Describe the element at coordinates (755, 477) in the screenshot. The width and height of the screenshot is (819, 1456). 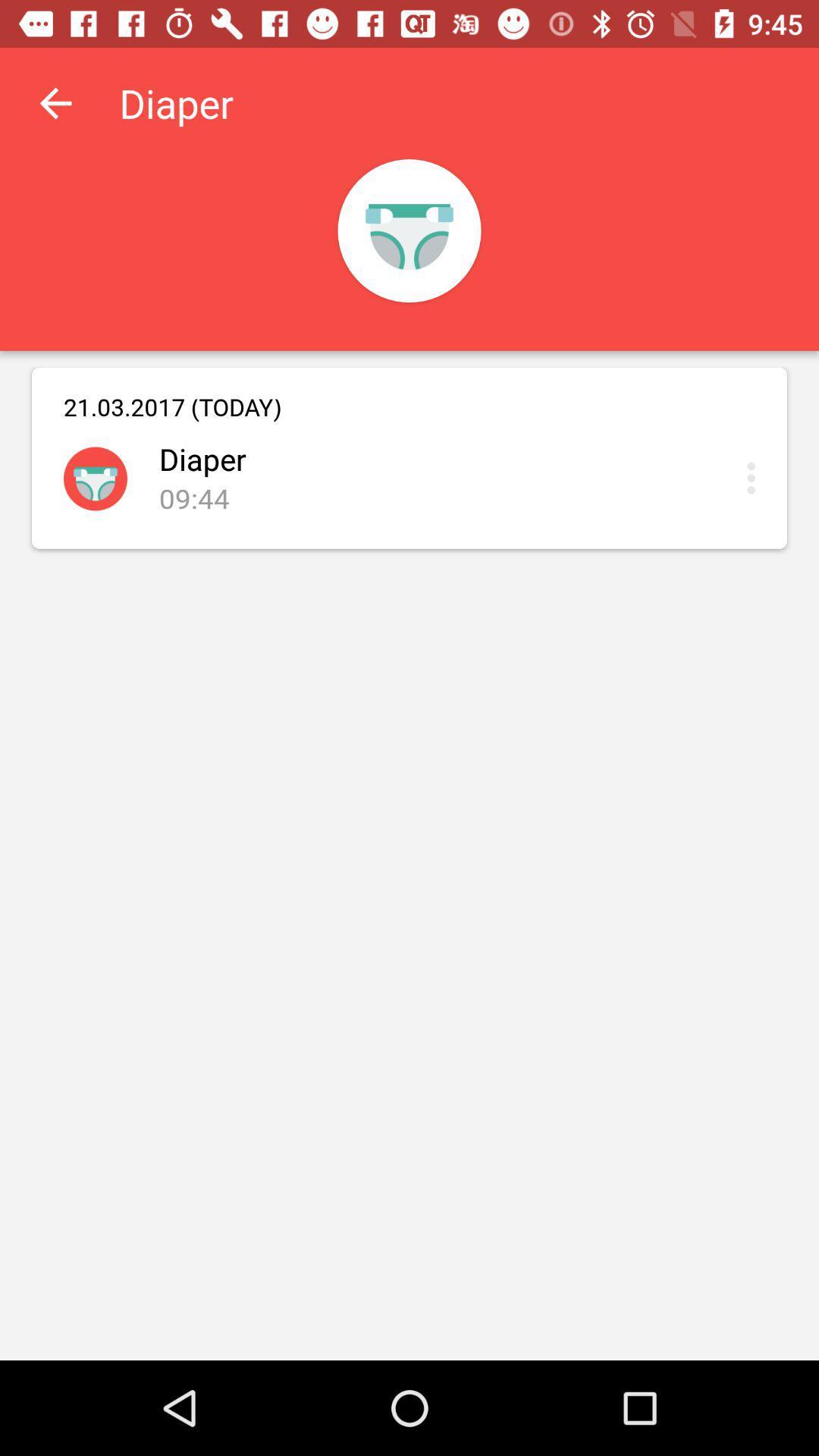
I see `options for this file` at that location.